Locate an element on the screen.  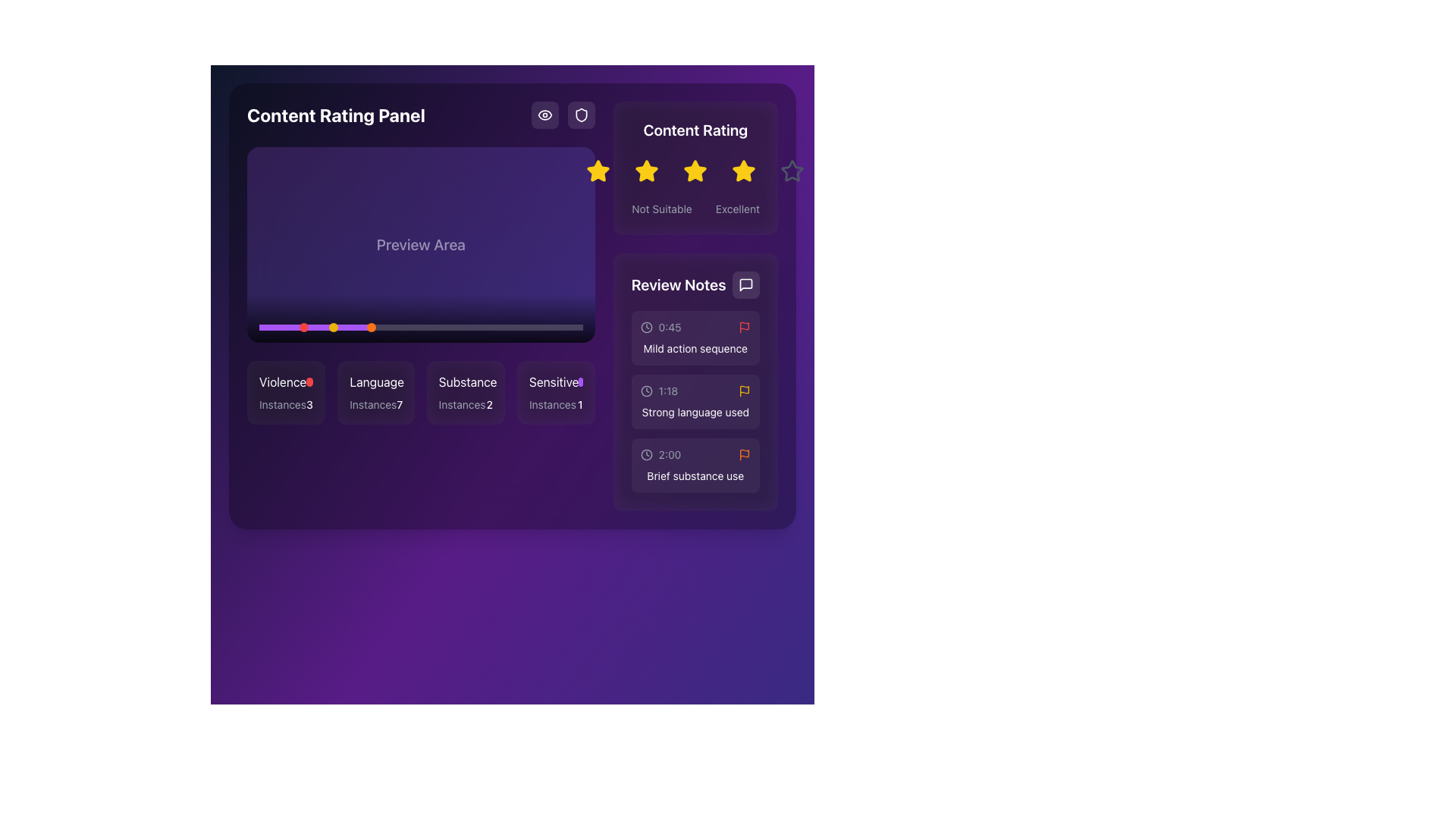
the first button in the top-right of the 'Content Rating Panel' to toggle visibility and receive visual feedback is located at coordinates (544, 114).